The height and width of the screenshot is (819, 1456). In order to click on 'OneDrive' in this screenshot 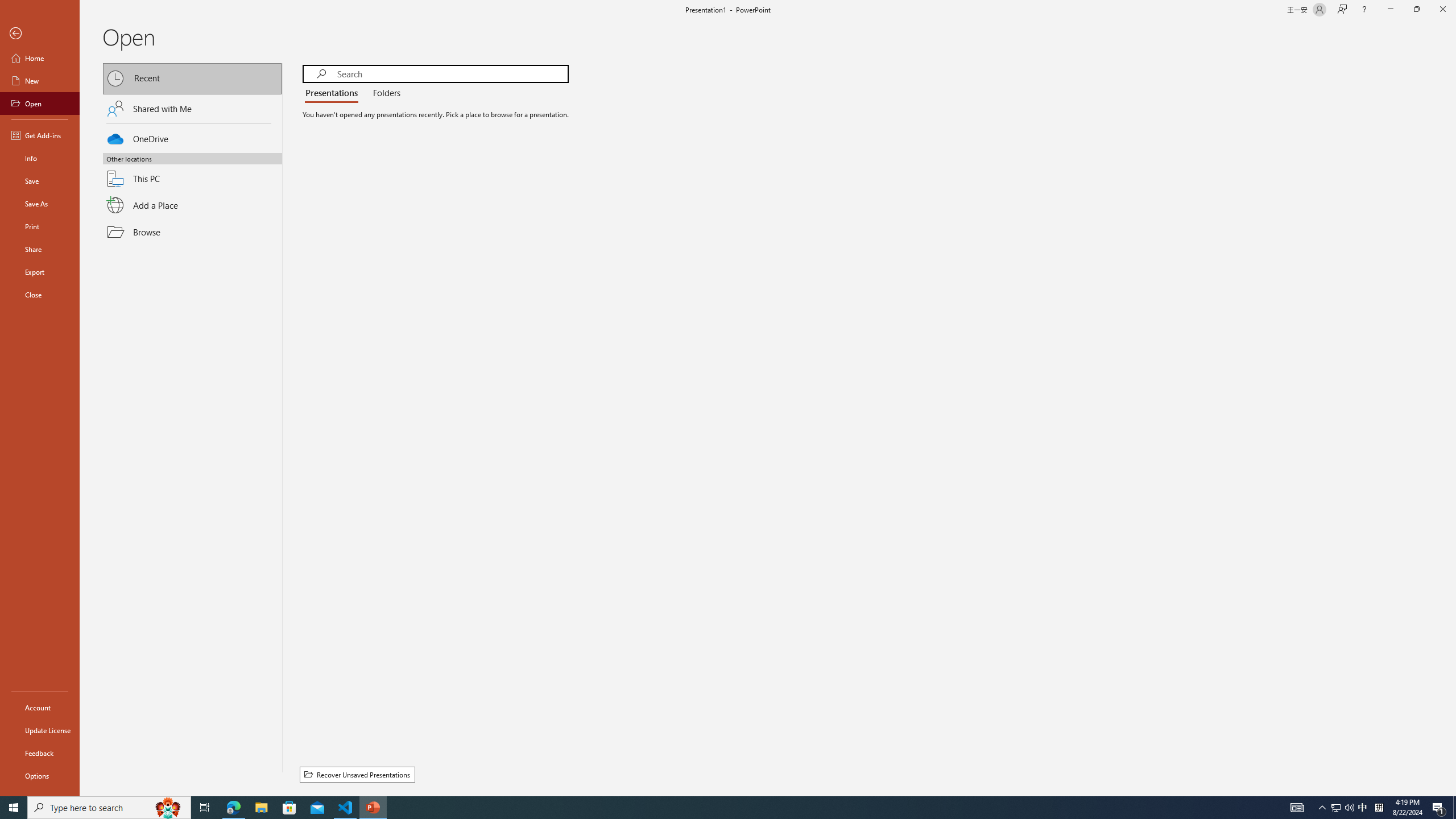, I will do `click(192, 137)`.